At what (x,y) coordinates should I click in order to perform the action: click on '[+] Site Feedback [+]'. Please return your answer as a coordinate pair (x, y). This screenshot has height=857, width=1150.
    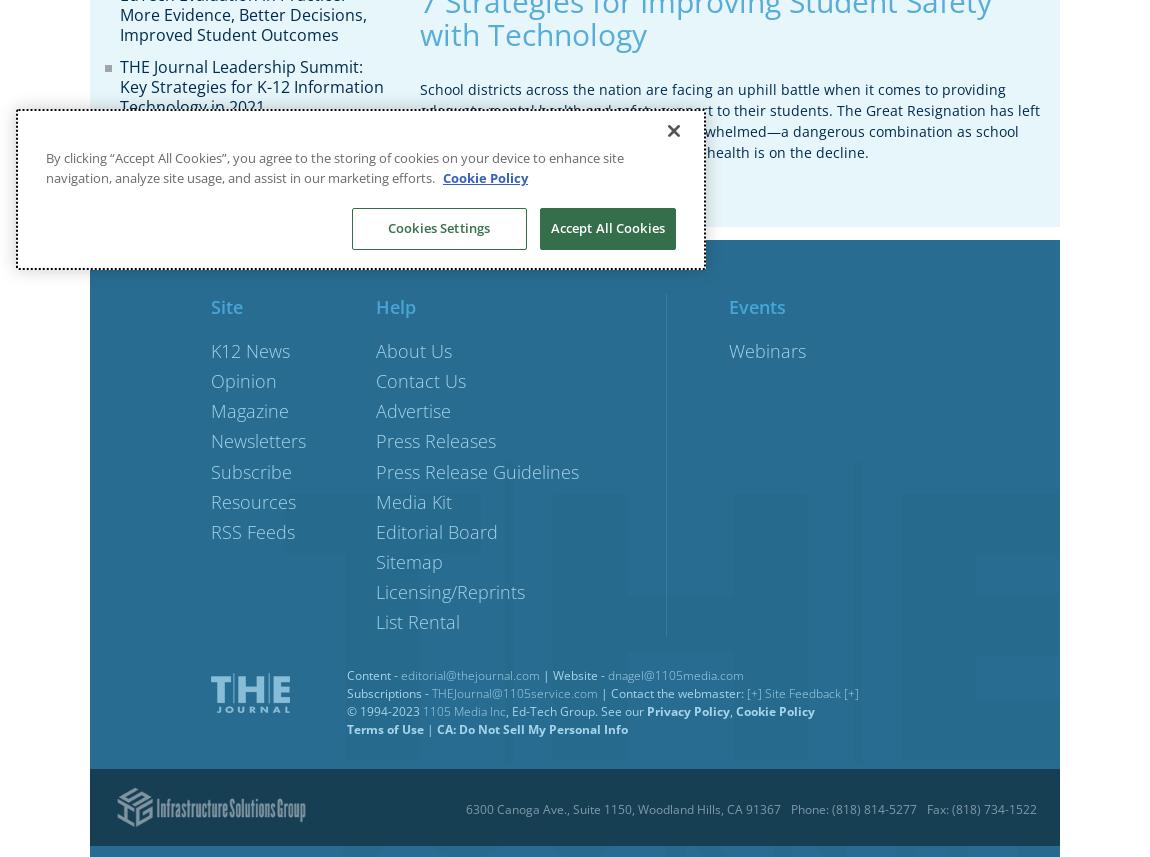
    Looking at the image, I should click on (802, 692).